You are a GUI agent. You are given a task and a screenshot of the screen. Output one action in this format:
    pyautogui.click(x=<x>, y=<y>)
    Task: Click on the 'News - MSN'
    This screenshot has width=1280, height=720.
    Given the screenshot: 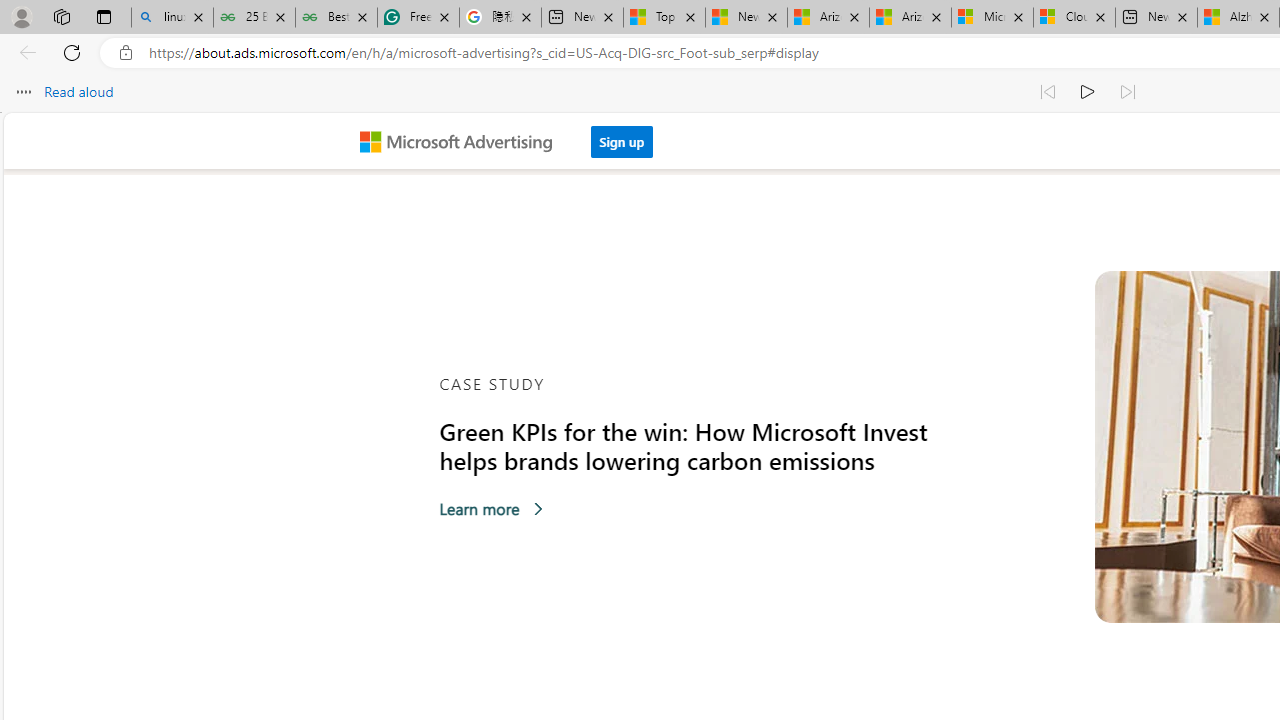 What is the action you would take?
    pyautogui.click(x=745, y=17)
    